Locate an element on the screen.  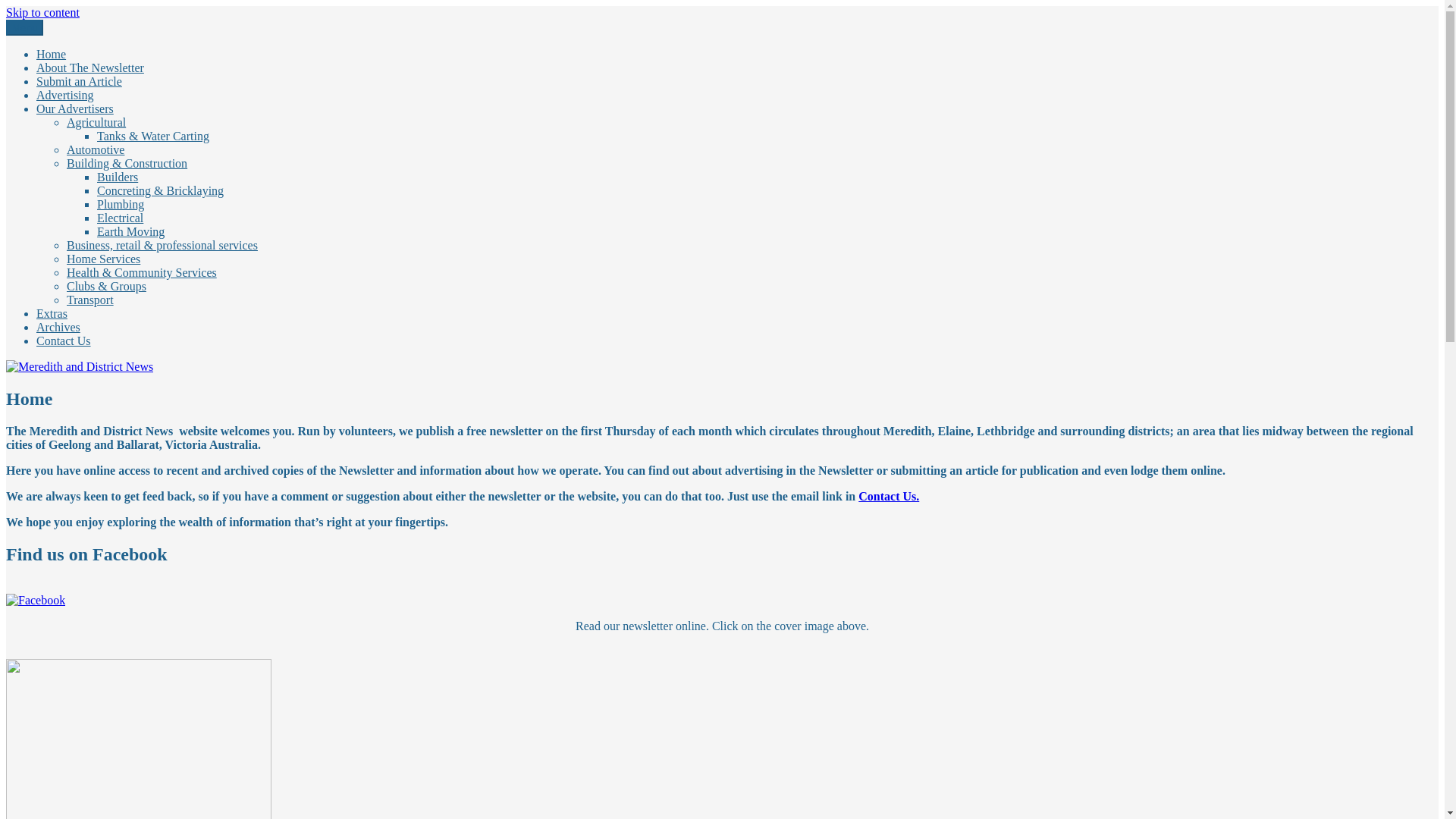
'Facebook' is located at coordinates (36, 599).